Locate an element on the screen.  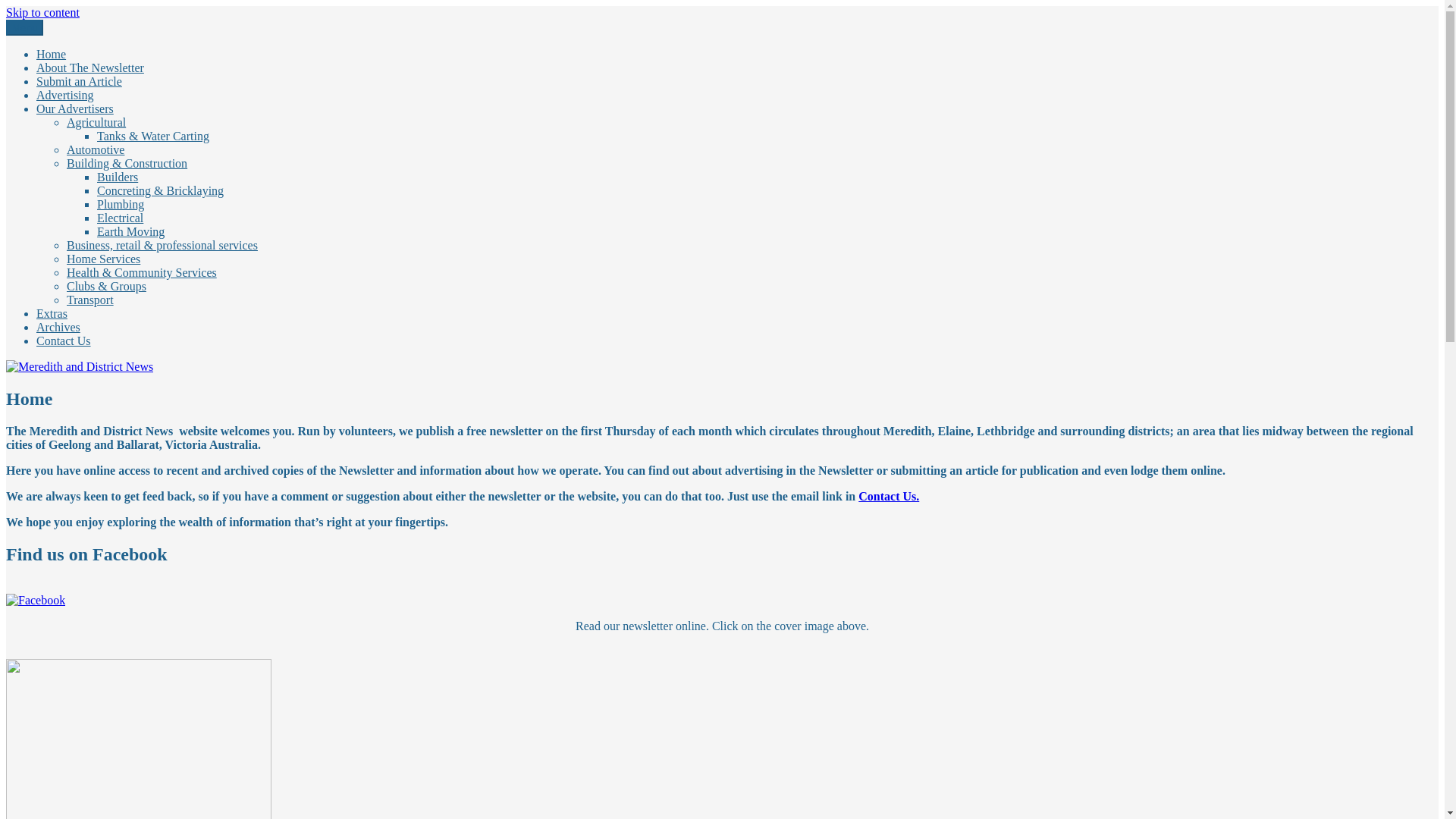
'Facebook' is located at coordinates (36, 599).